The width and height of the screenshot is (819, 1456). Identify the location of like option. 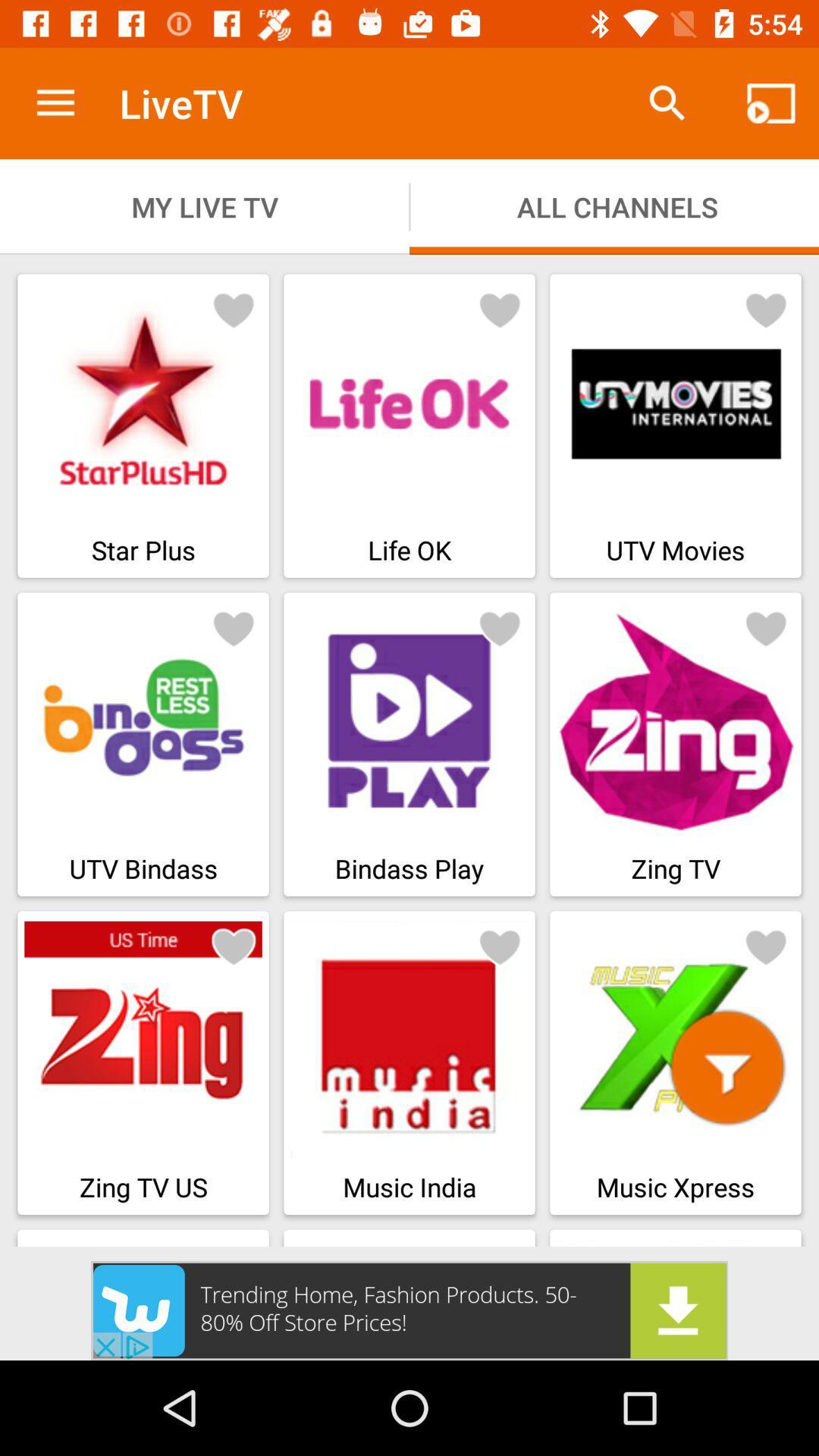
(766, 309).